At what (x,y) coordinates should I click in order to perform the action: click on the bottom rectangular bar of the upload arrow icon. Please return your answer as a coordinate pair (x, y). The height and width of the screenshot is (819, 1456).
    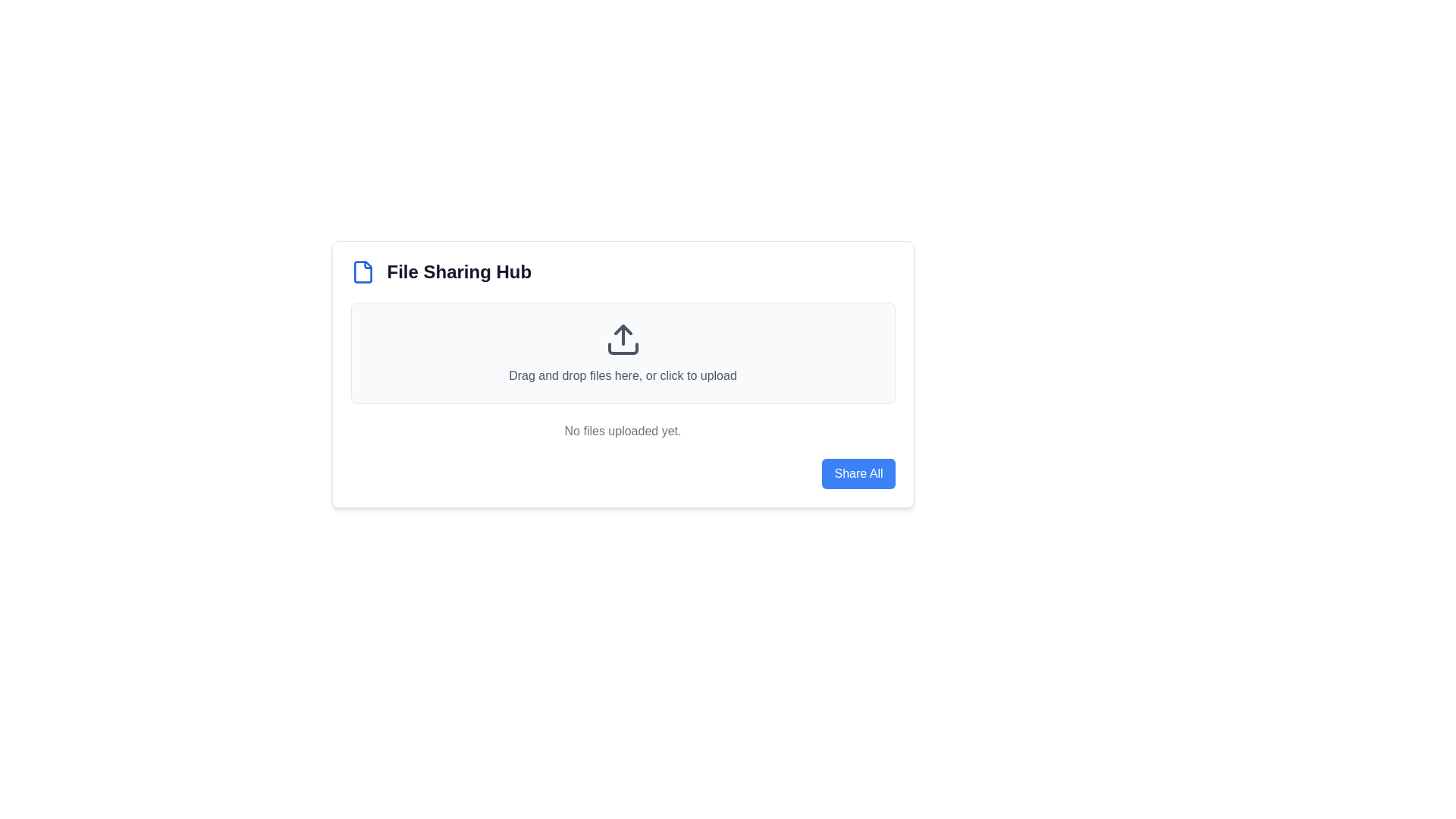
    Looking at the image, I should click on (623, 348).